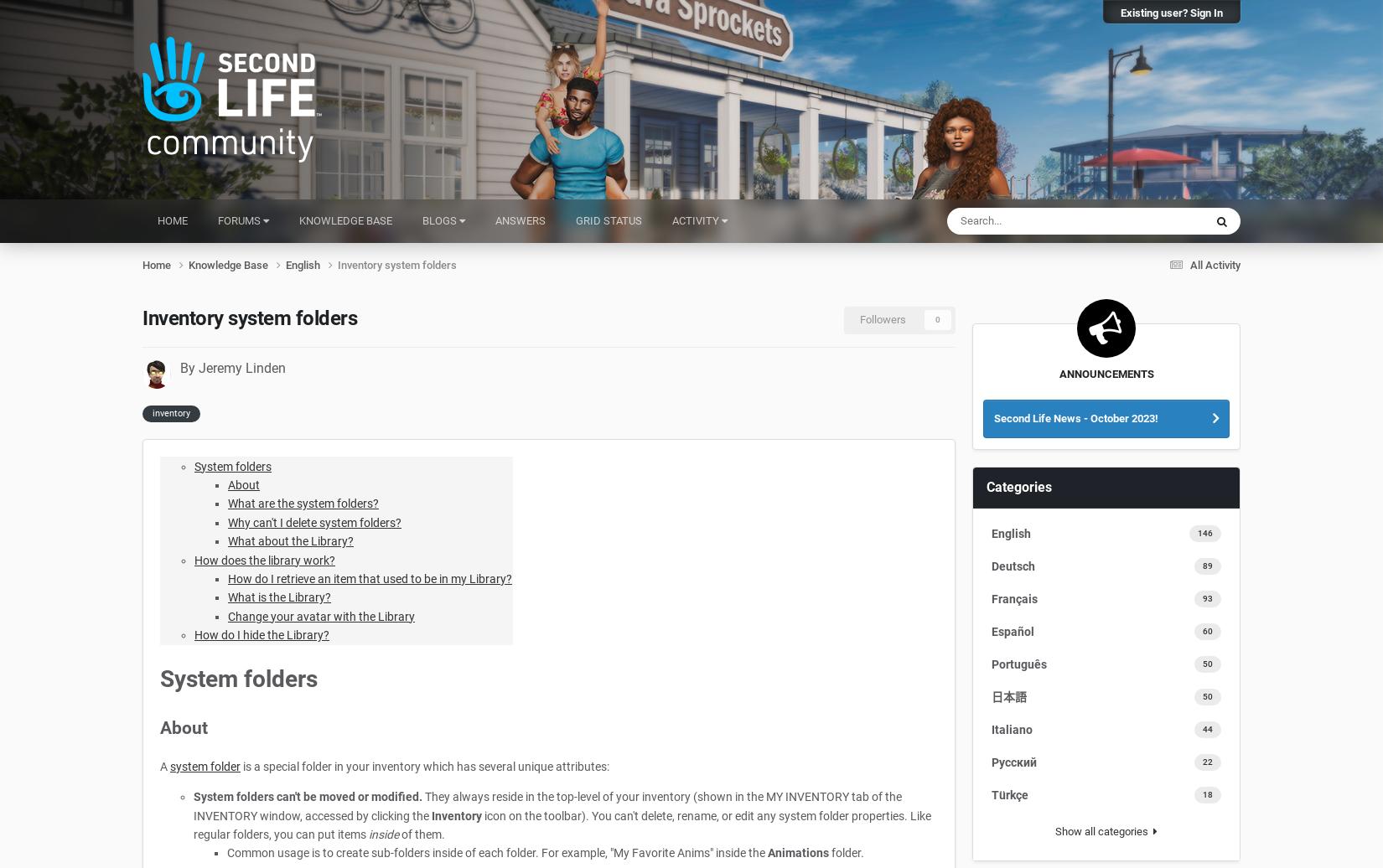 This screenshot has width=1383, height=868. I want to click on 'Categories', so click(1019, 486).